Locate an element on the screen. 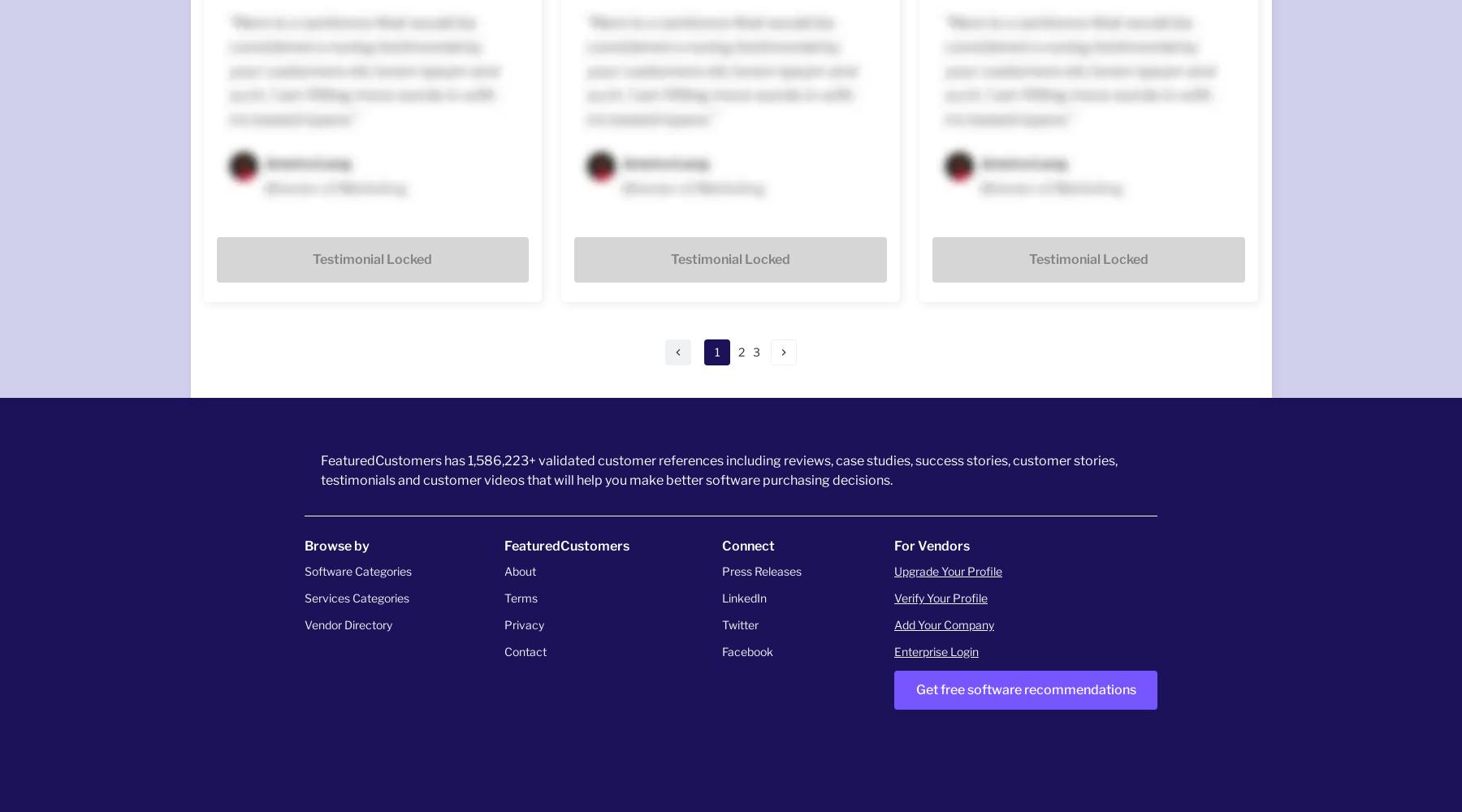 This screenshot has height=812, width=1462. 'Verify Your Profile' is located at coordinates (940, 596).